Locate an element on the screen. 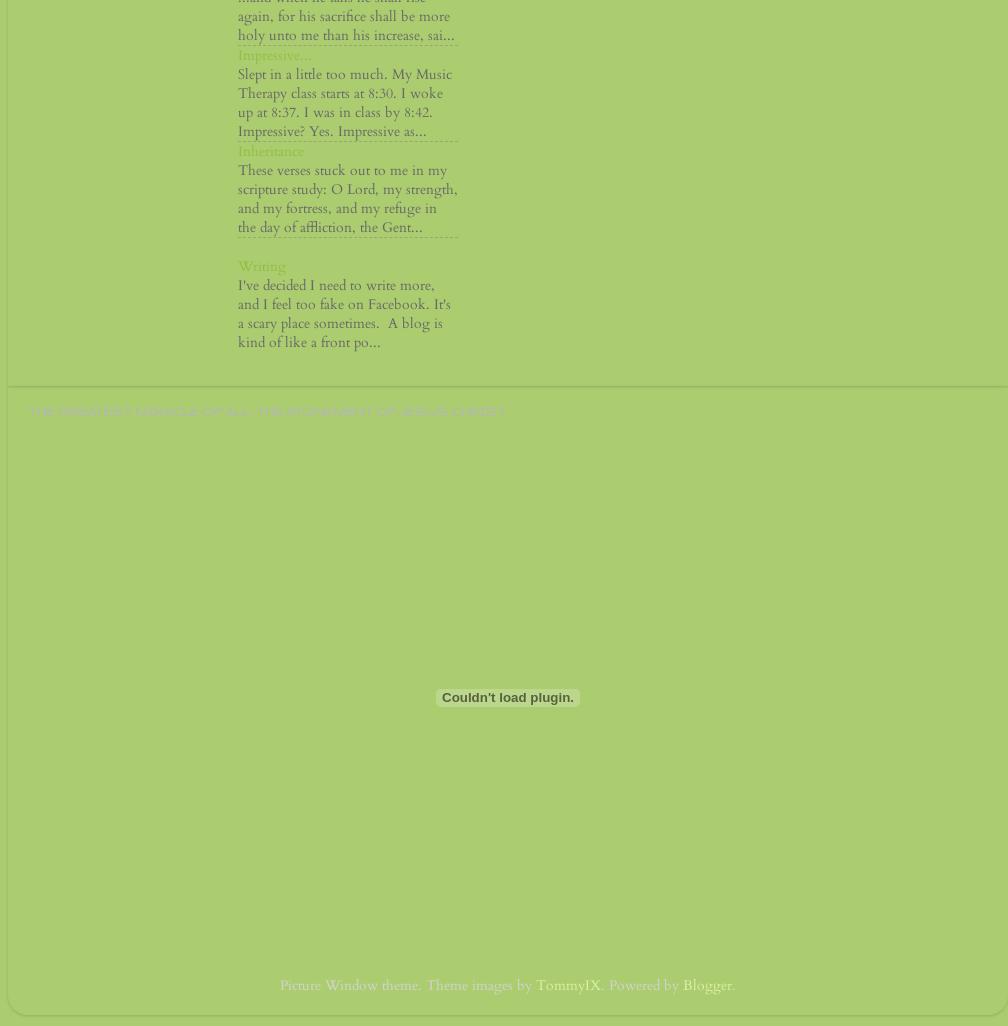  'Inheritance' is located at coordinates (270, 151).